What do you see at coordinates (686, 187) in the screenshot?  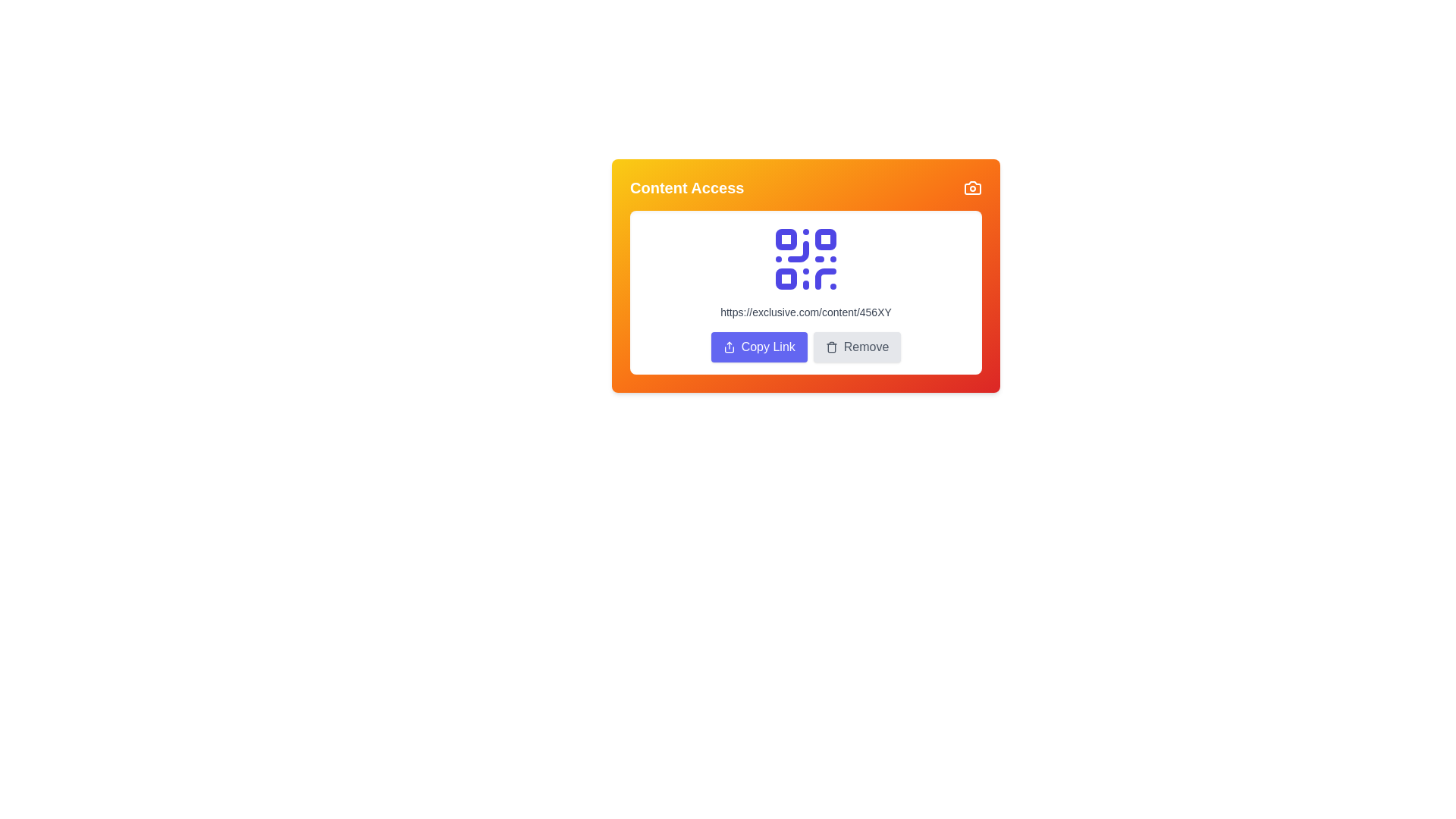 I see `text displayed in the header label of the card interface, which is positioned at the top-left corner with a gradient orange-red background` at bounding box center [686, 187].